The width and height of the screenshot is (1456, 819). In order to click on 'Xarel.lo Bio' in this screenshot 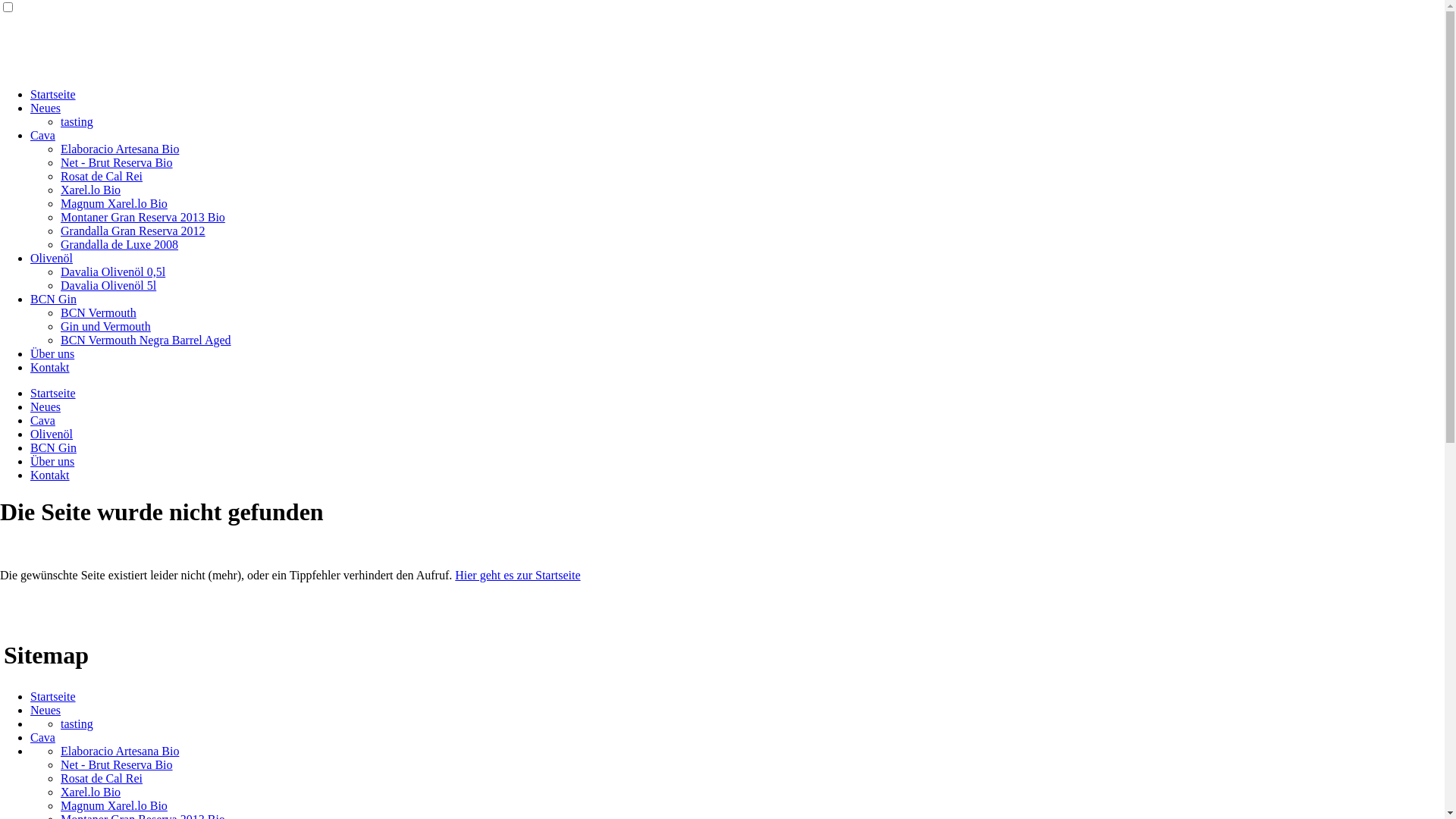, I will do `click(89, 189)`.